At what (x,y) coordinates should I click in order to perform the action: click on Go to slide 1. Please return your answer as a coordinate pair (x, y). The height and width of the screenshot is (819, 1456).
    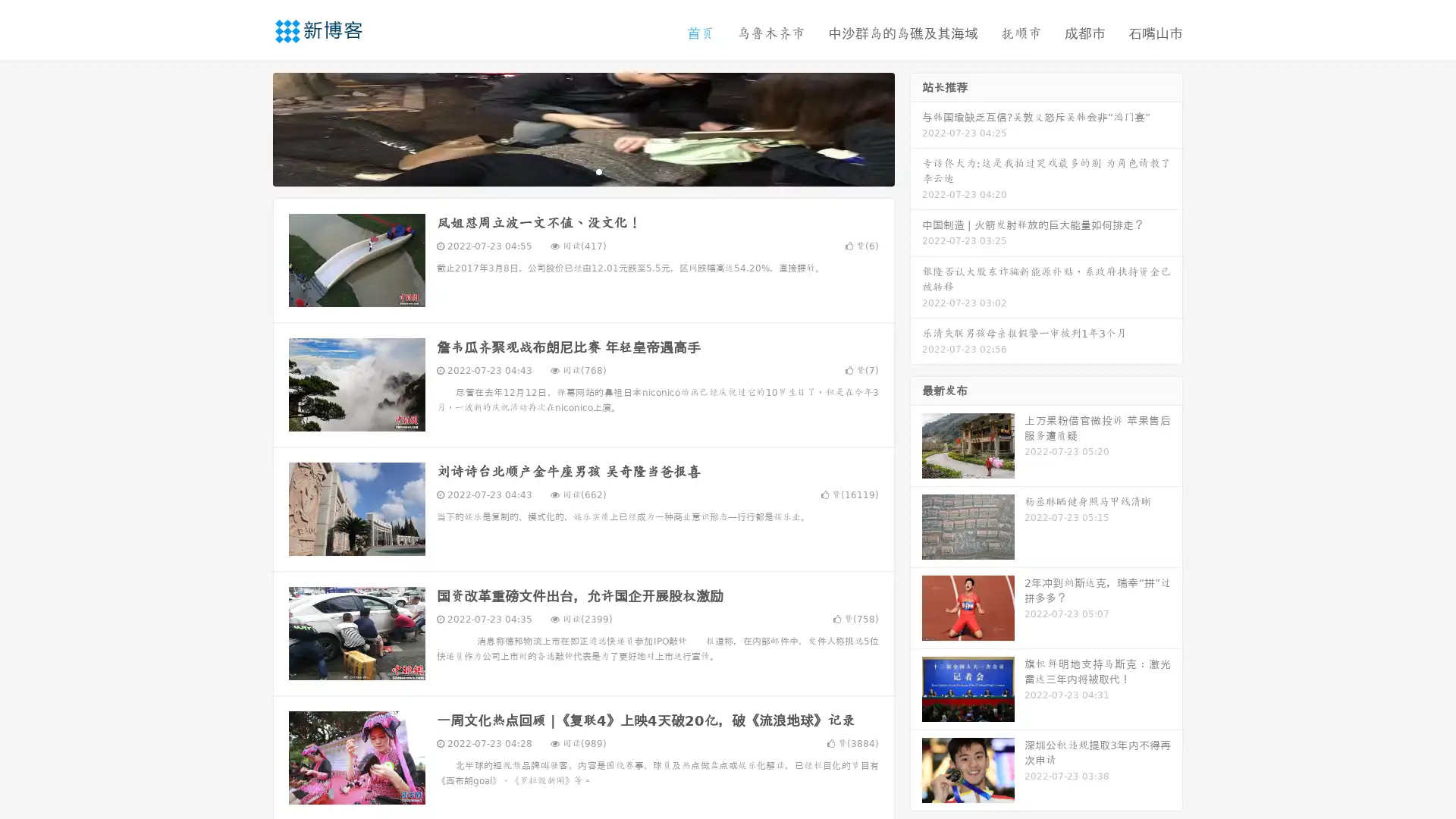
    Looking at the image, I should click on (567, 171).